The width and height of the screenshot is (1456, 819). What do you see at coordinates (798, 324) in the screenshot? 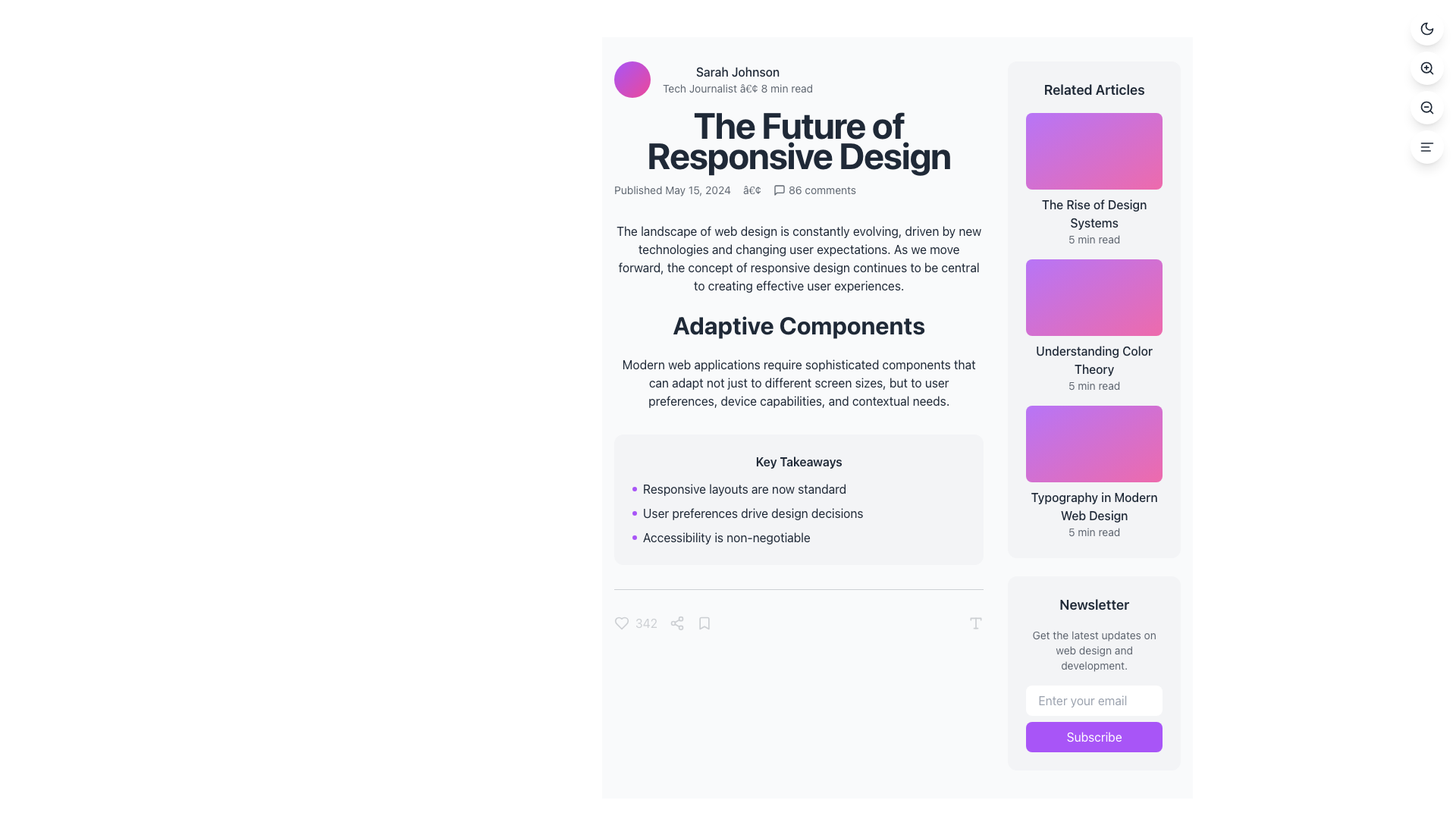
I see `header text element labeled 'Adaptive Components' to understand the section's topic, which is prominently displayed in bold and large font` at bounding box center [798, 324].